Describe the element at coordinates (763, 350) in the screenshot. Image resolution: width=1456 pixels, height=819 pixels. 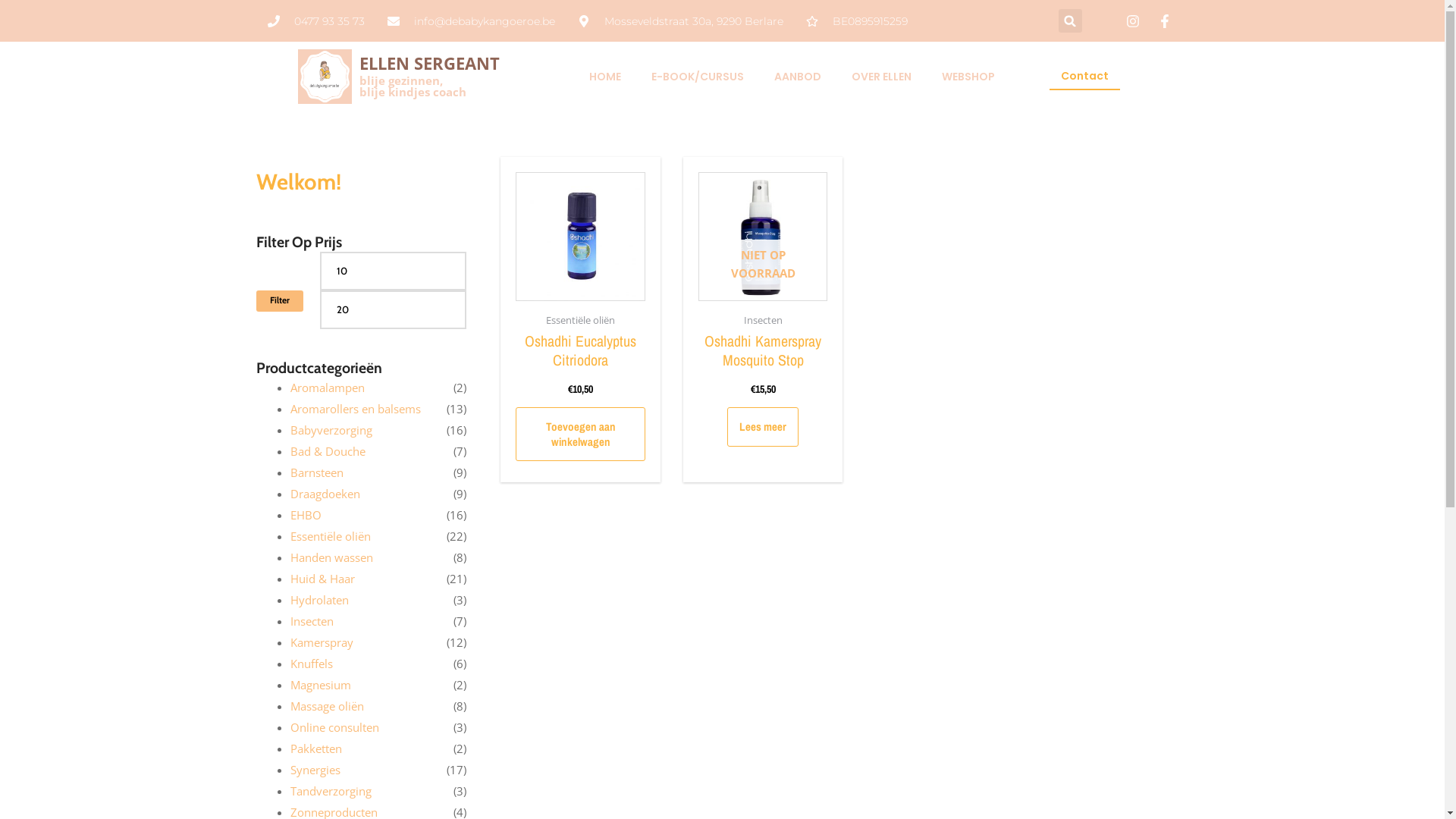
I see `'Oshadhi Kamerspray Mosquito Stop'` at that location.